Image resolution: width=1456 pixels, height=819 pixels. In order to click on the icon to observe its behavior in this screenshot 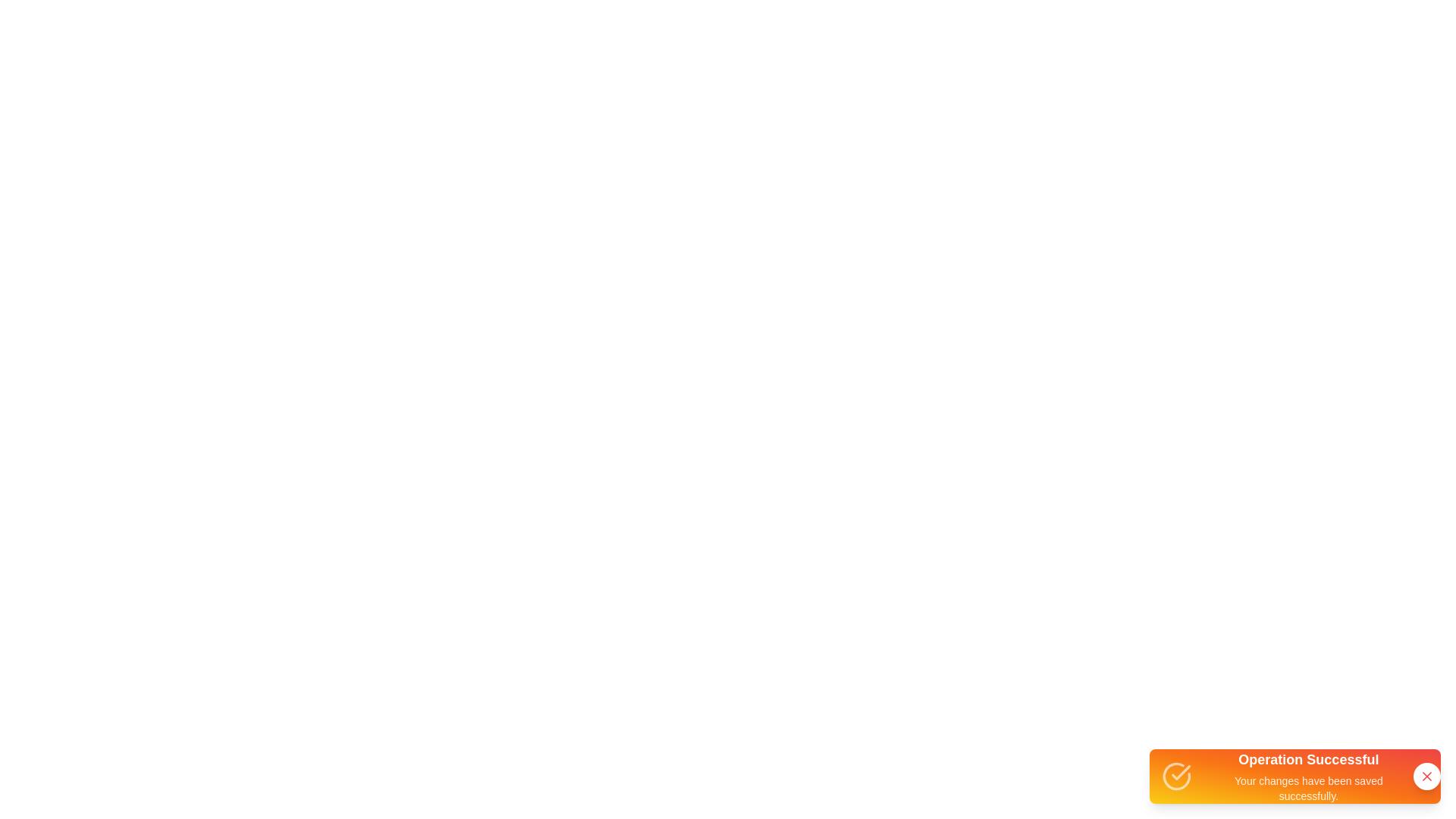, I will do `click(1175, 776)`.